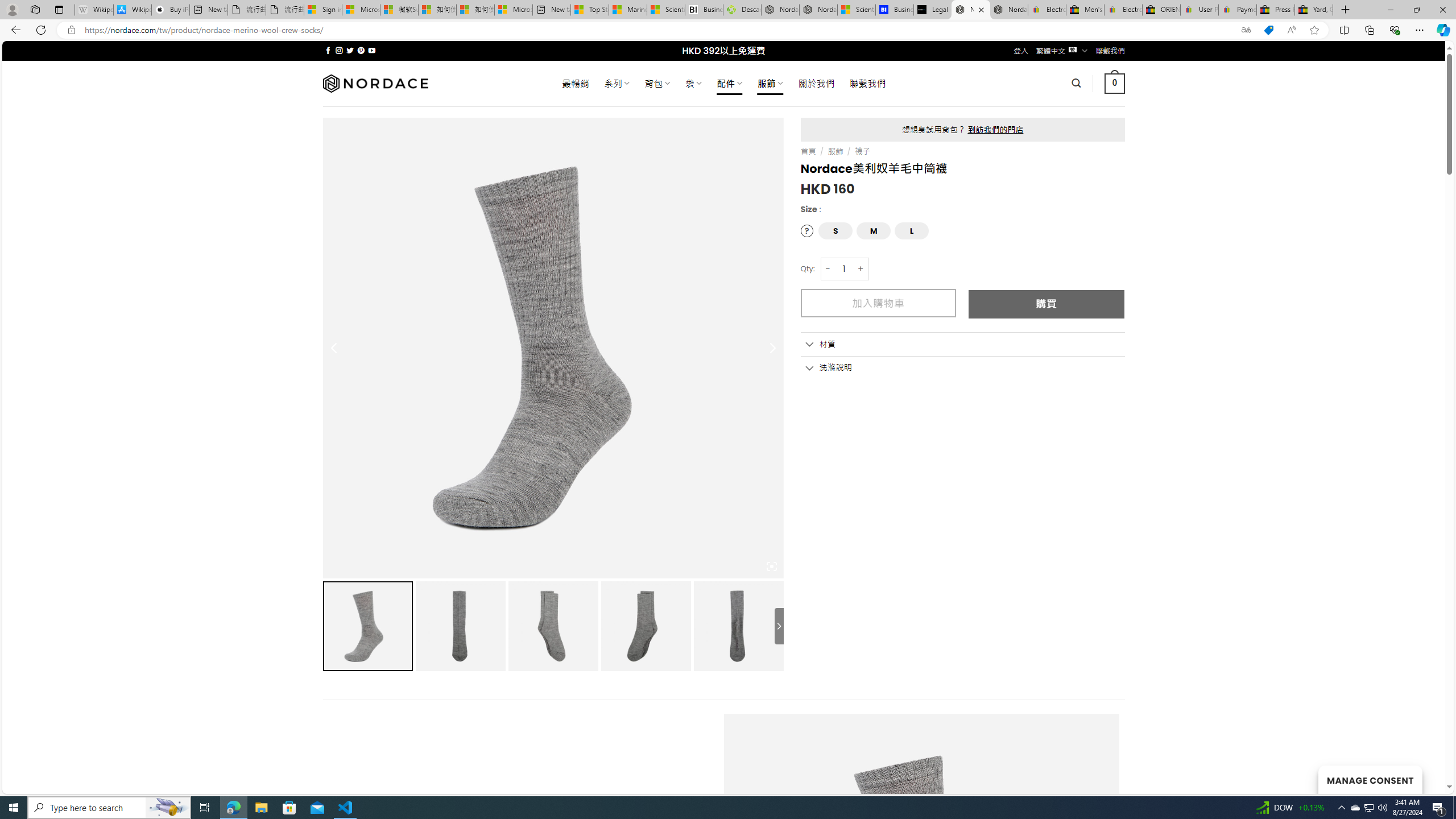  I want to click on 'Class: iconic-woothumbs-fullscreen', so click(771, 566).